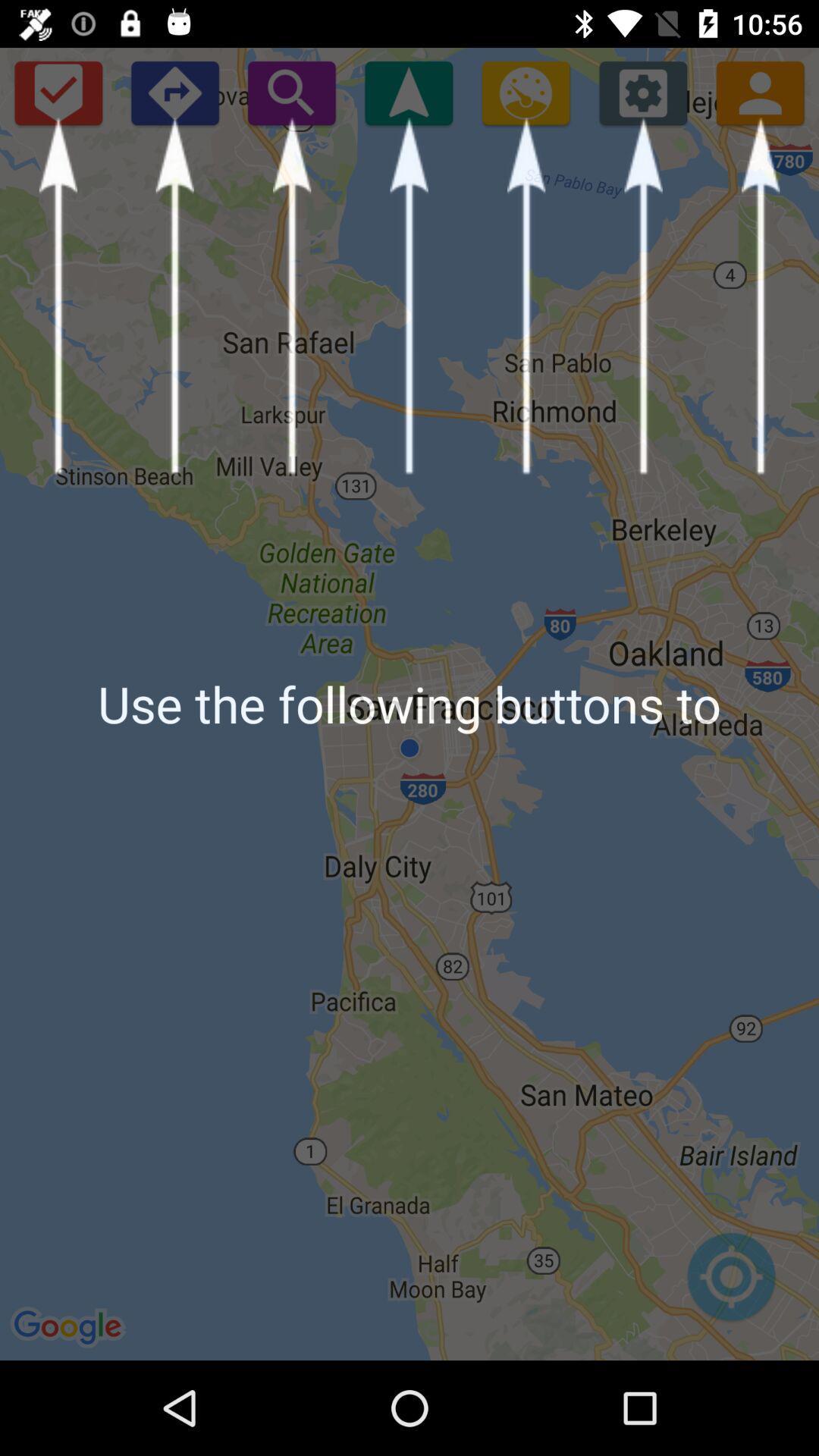 The height and width of the screenshot is (1456, 819). What do you see at coordinates (57, 92) in the screenshot?
I see `the check icon` at bounding box center [57, 92].